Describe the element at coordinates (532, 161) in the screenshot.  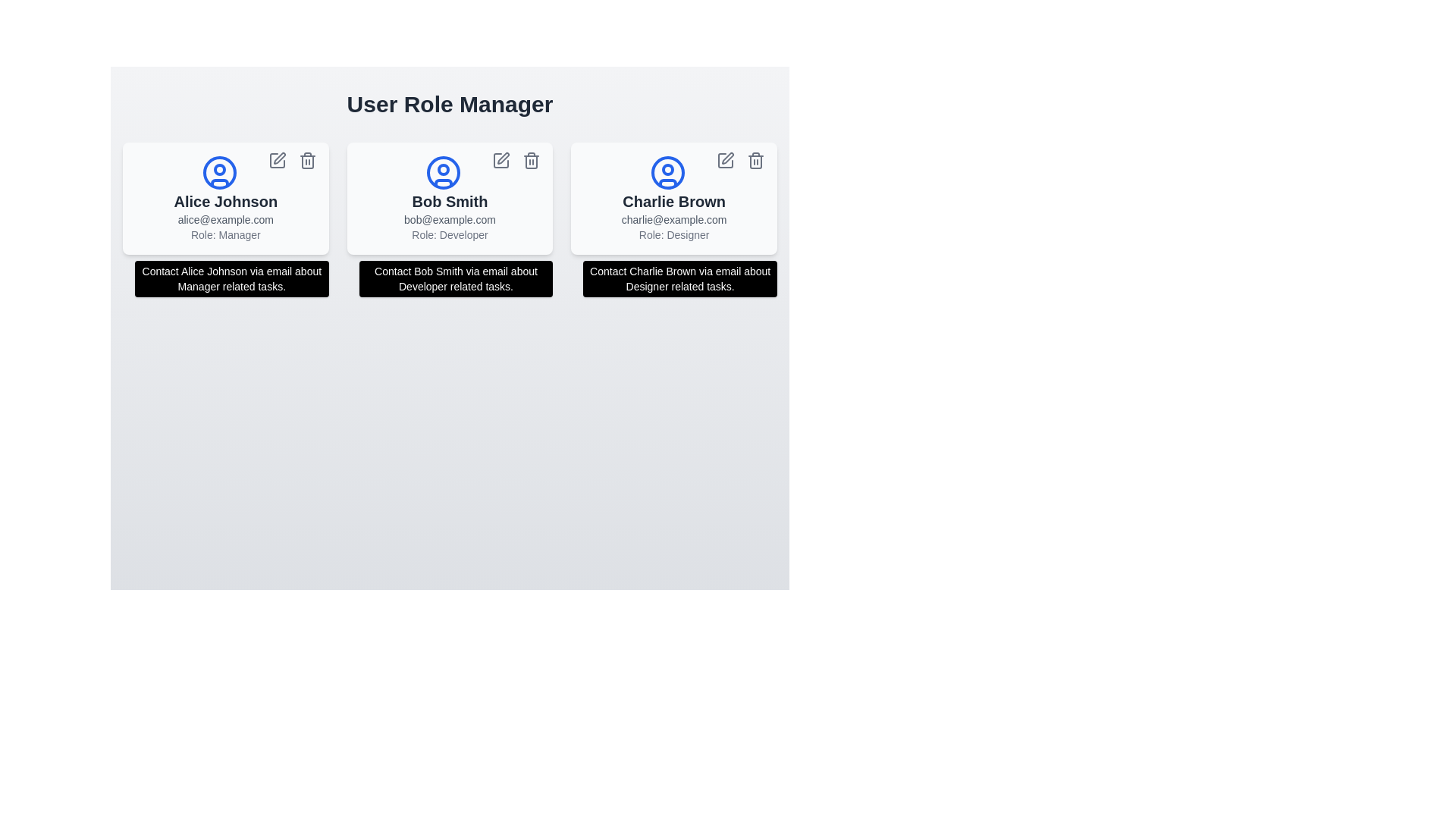
I see `the delete icon in the top-right corner of the 'Bob Smith' card to initiate the delete action` at that location.